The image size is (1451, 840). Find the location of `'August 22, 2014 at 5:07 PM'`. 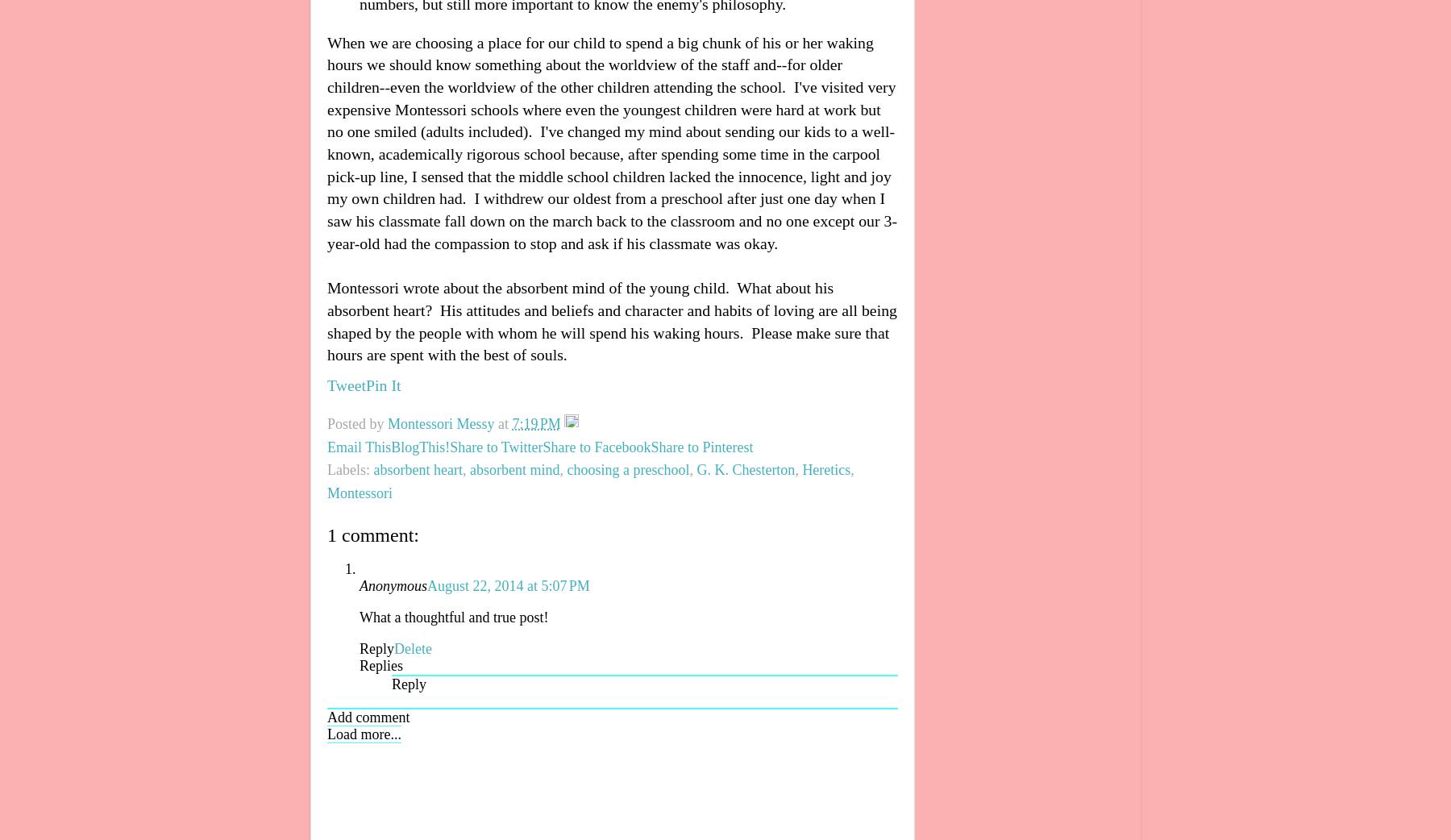

'August 22, 2014 at 5:07 PM' is located at coordinates (426, 584).